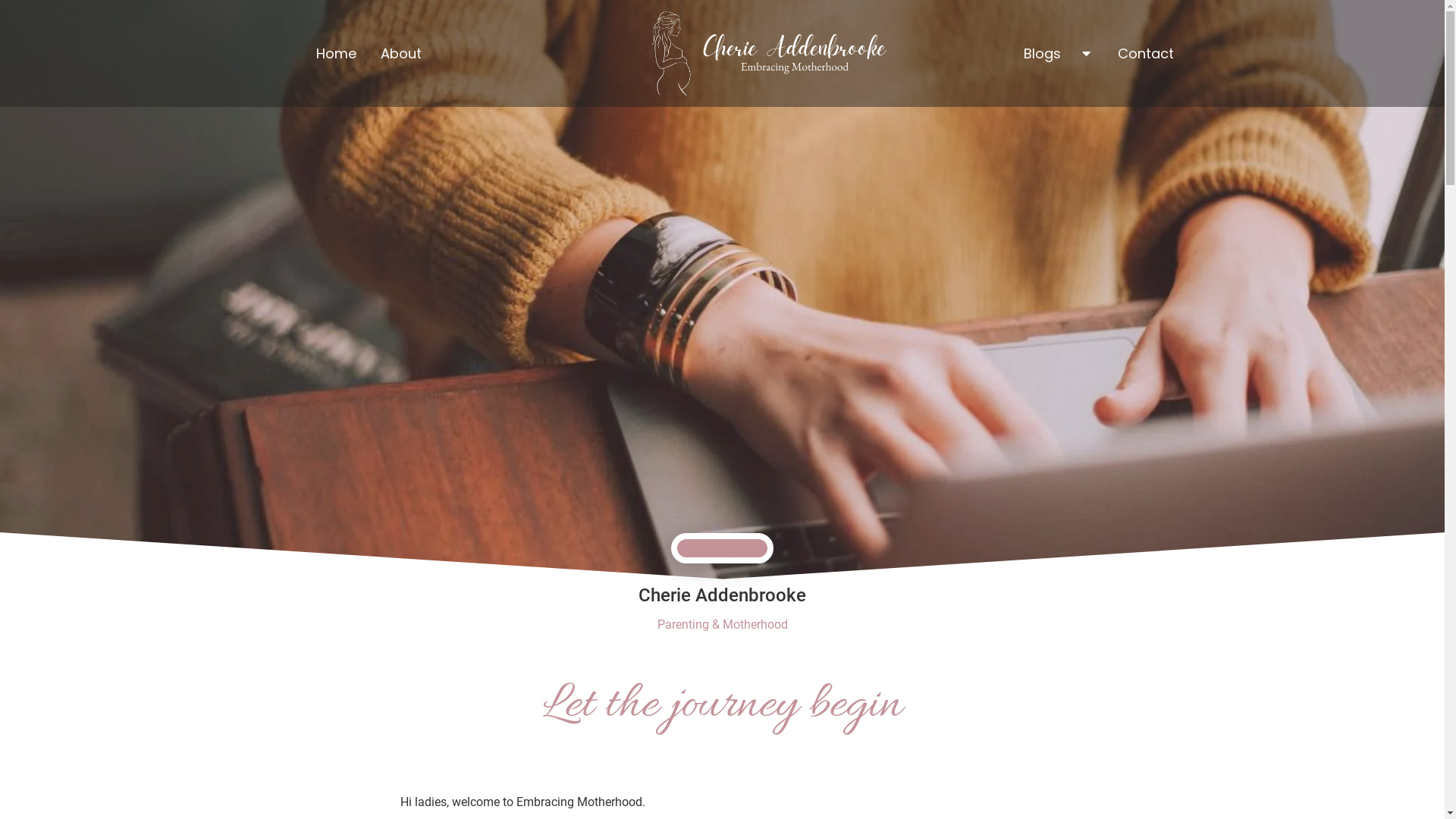  Describe the element at coordinates (334, 52) in the screenshot. I see `'Home'` at that location.